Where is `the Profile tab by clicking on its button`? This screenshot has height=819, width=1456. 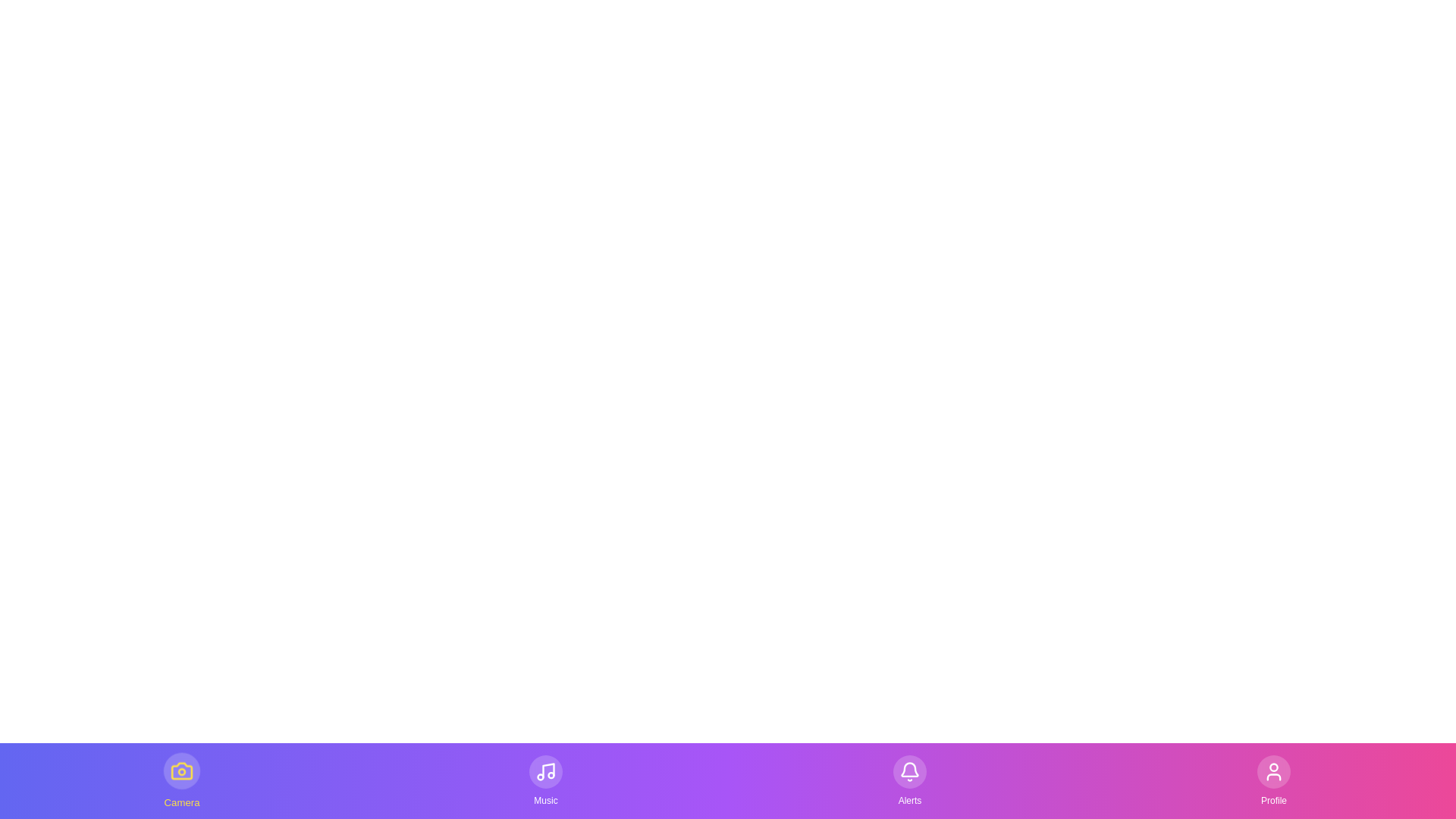
the Profile tab by clicking on its button is located at coordinates (1274, 780).